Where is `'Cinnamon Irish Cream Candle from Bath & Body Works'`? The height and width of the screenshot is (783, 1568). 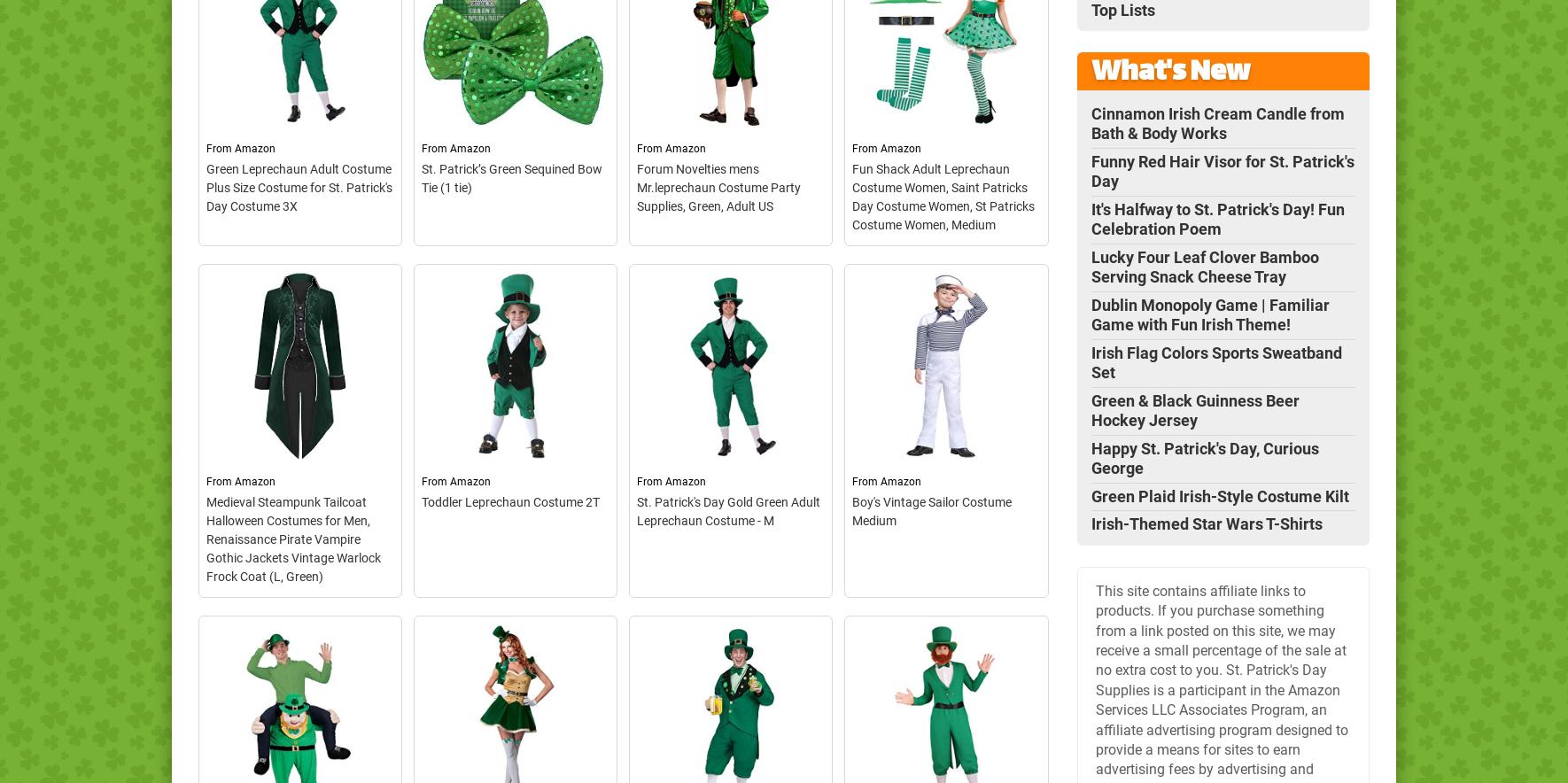
'Cinnamon Irish Cream Candle from Bath & Body Works' is located at coordinates (1217, 121).